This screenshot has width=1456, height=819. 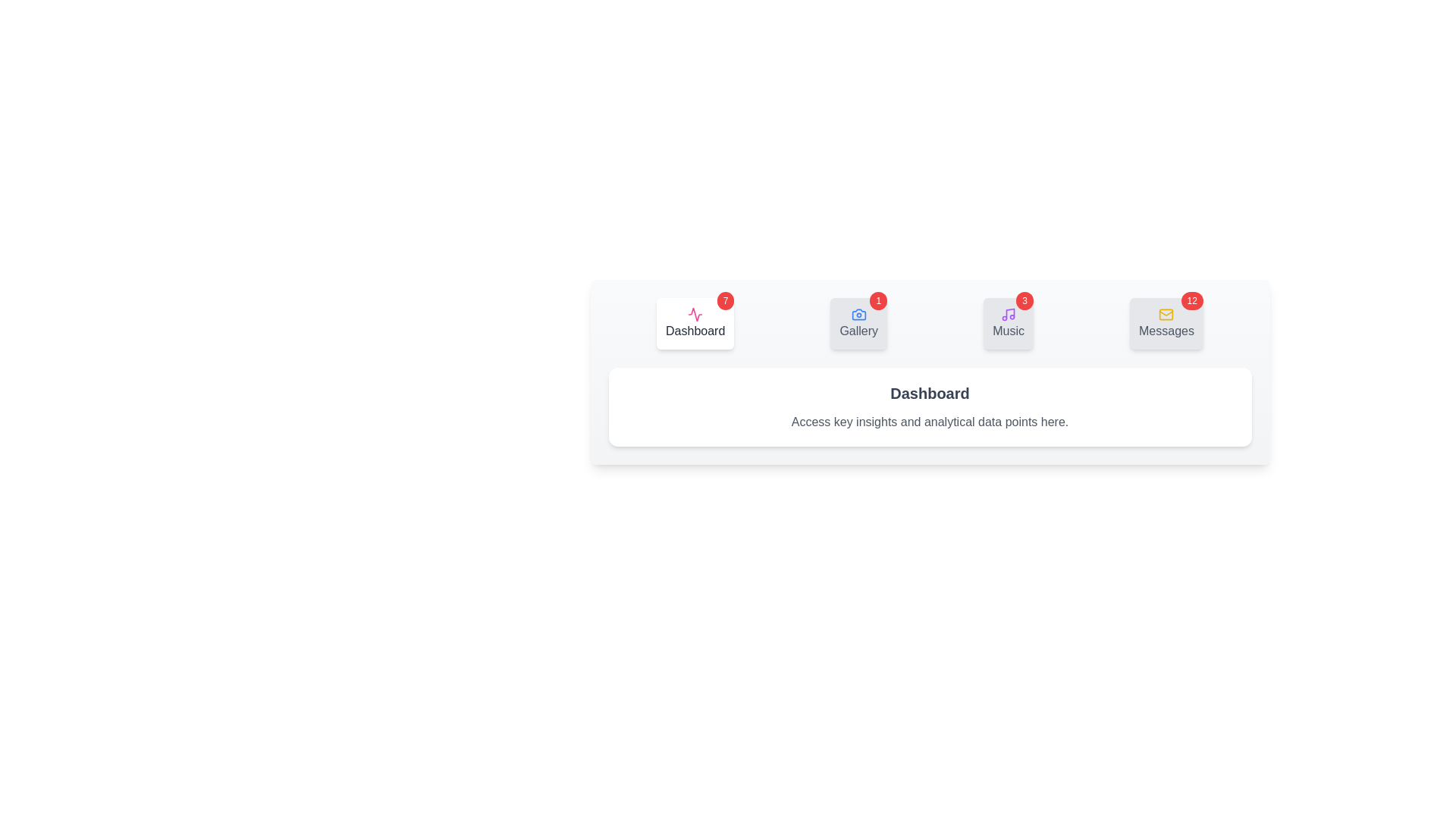 What do you see at coordinates (1165, 323) in the screenshot?
I see `the tab labeled Messages to view its content` at bounding box center [1165, 323].